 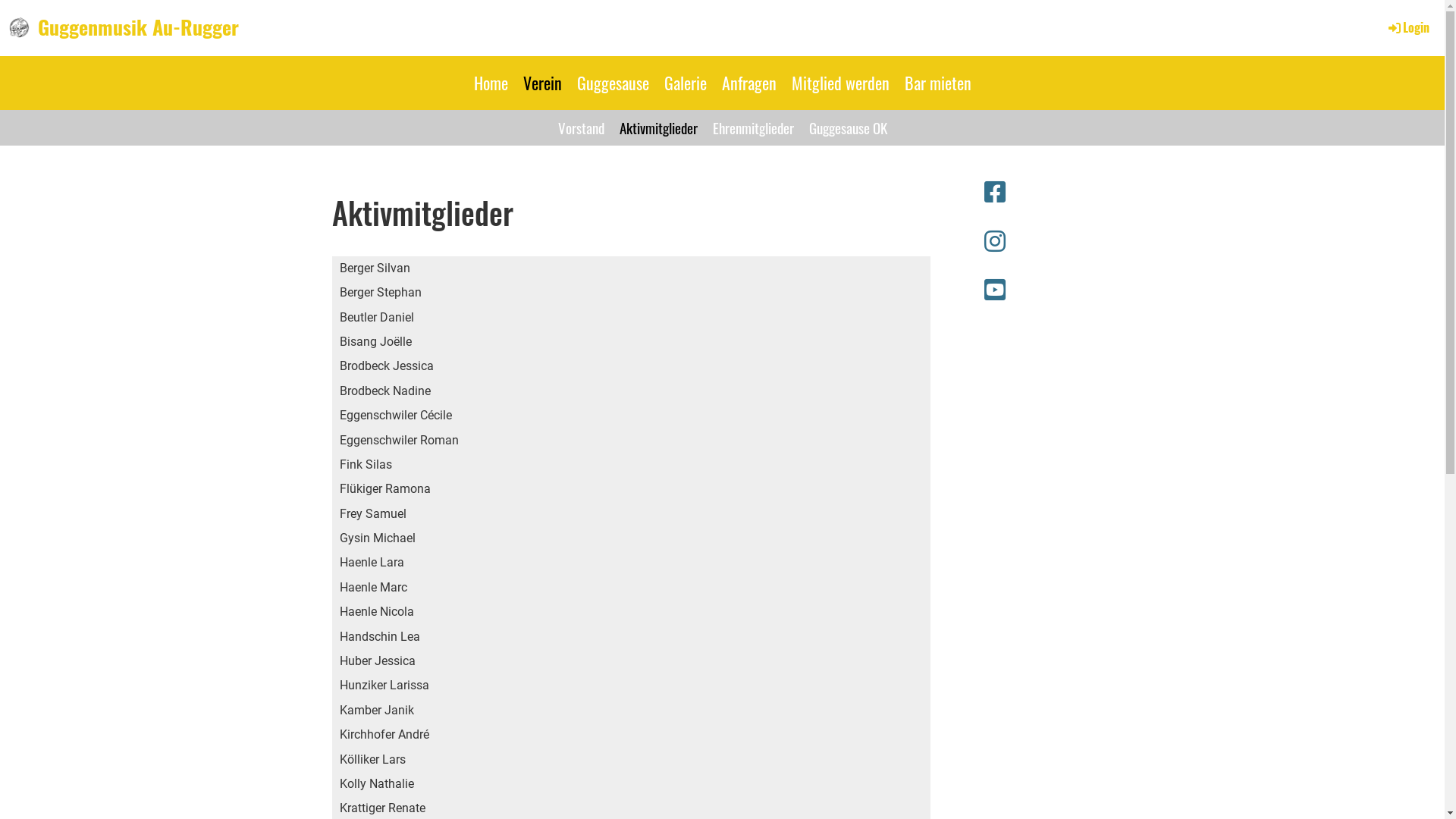 What do you see at coordinates (331, 441) in the screenshot?
I see `'Eggenschwiler Roman'` at bounding box center [331, 441].